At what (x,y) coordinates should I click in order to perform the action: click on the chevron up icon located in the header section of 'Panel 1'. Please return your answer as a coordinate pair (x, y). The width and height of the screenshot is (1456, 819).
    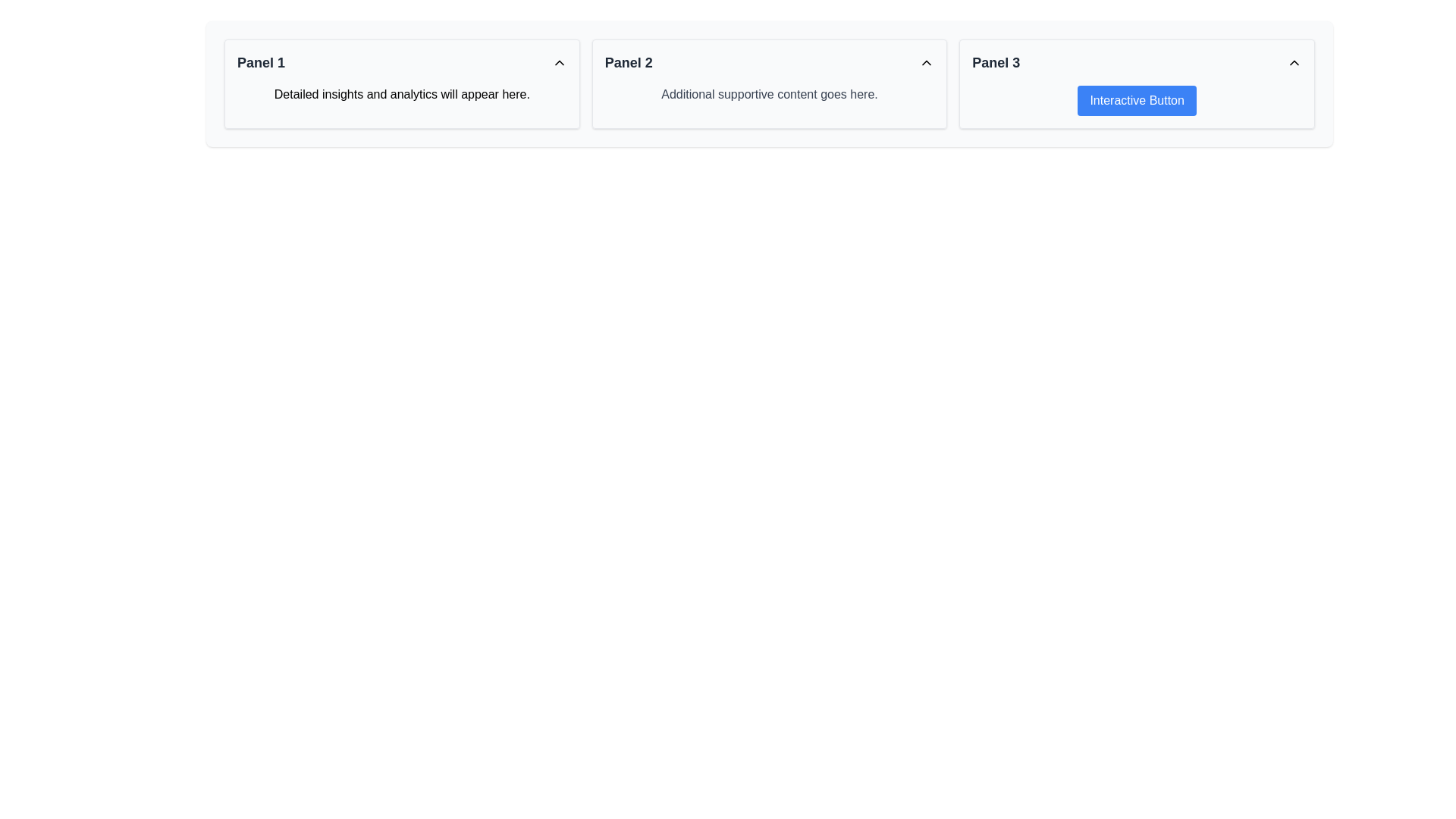
    Looking at the image, I should click on (558, 62).